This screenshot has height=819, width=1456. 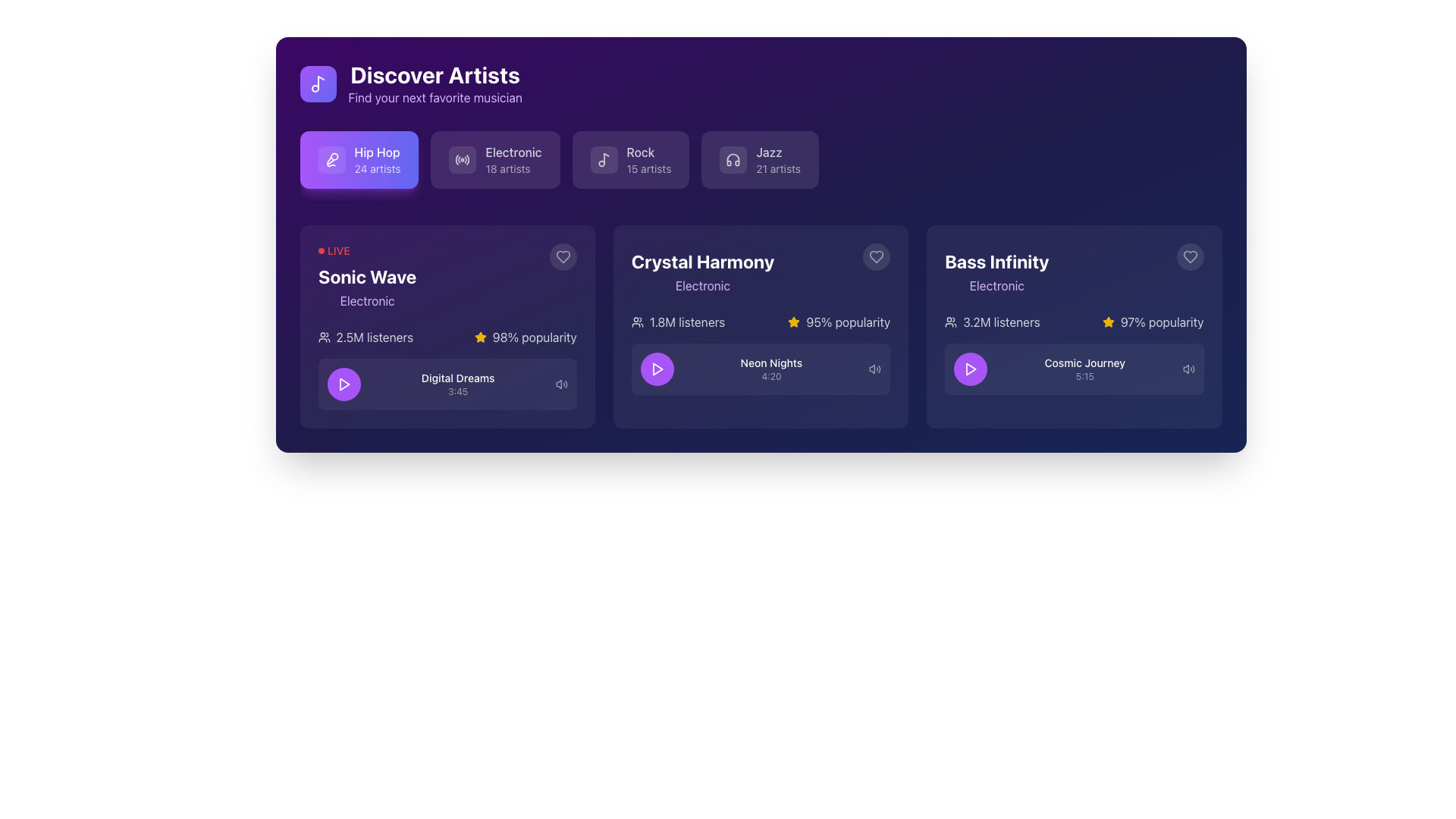 I want to click on text content of the media item titled 'Cosmic Journey' with duration '5:15', located beneath the purple play button within the 'Bass Infinity' card, so click(x=1084, y=369).